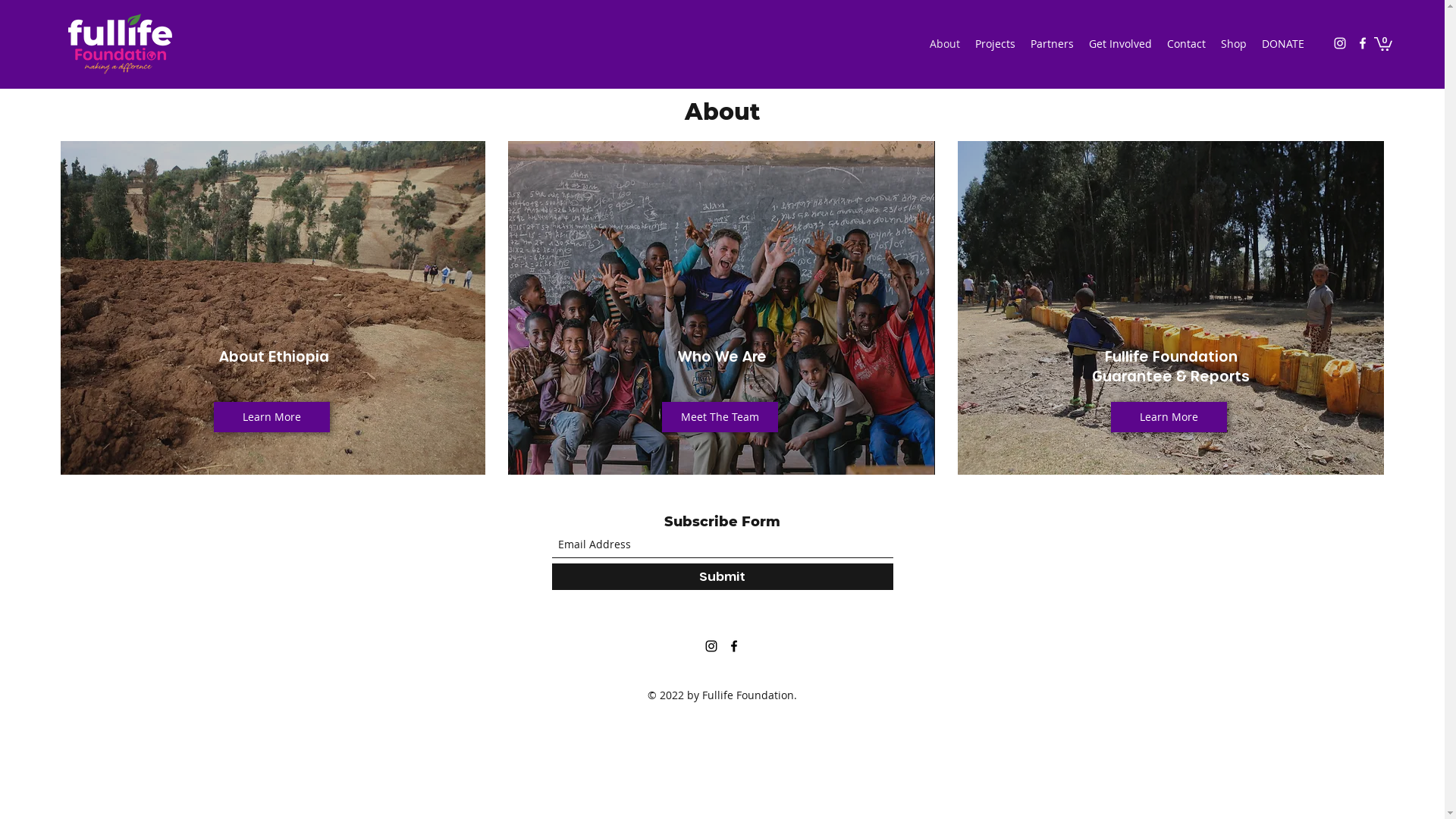  Describe the element at coordinates (1254, 42) in the screenshot. I see `'DONATE'` at that location.